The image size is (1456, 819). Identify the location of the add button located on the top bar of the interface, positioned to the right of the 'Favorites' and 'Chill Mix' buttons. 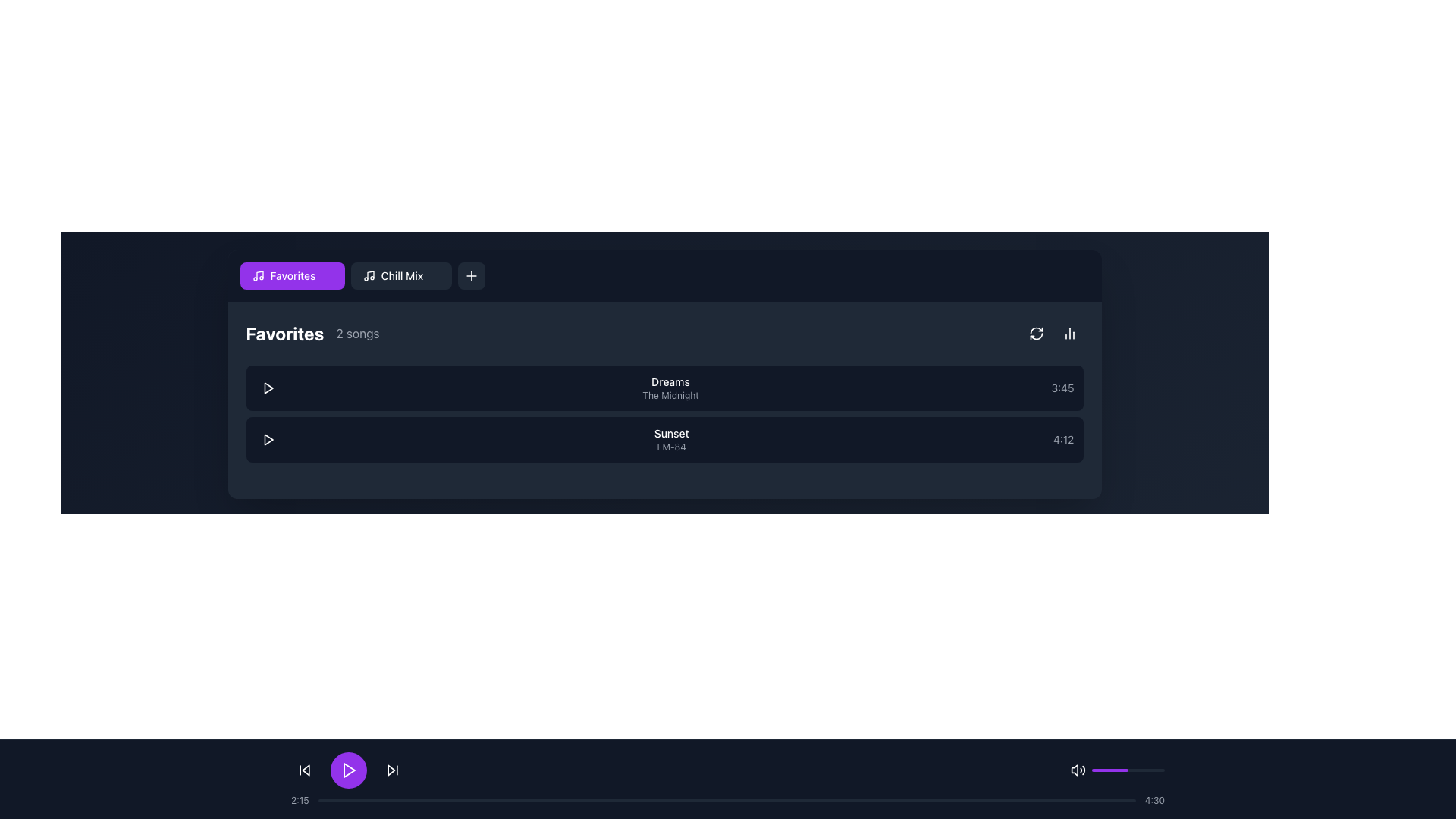
(471, 275).